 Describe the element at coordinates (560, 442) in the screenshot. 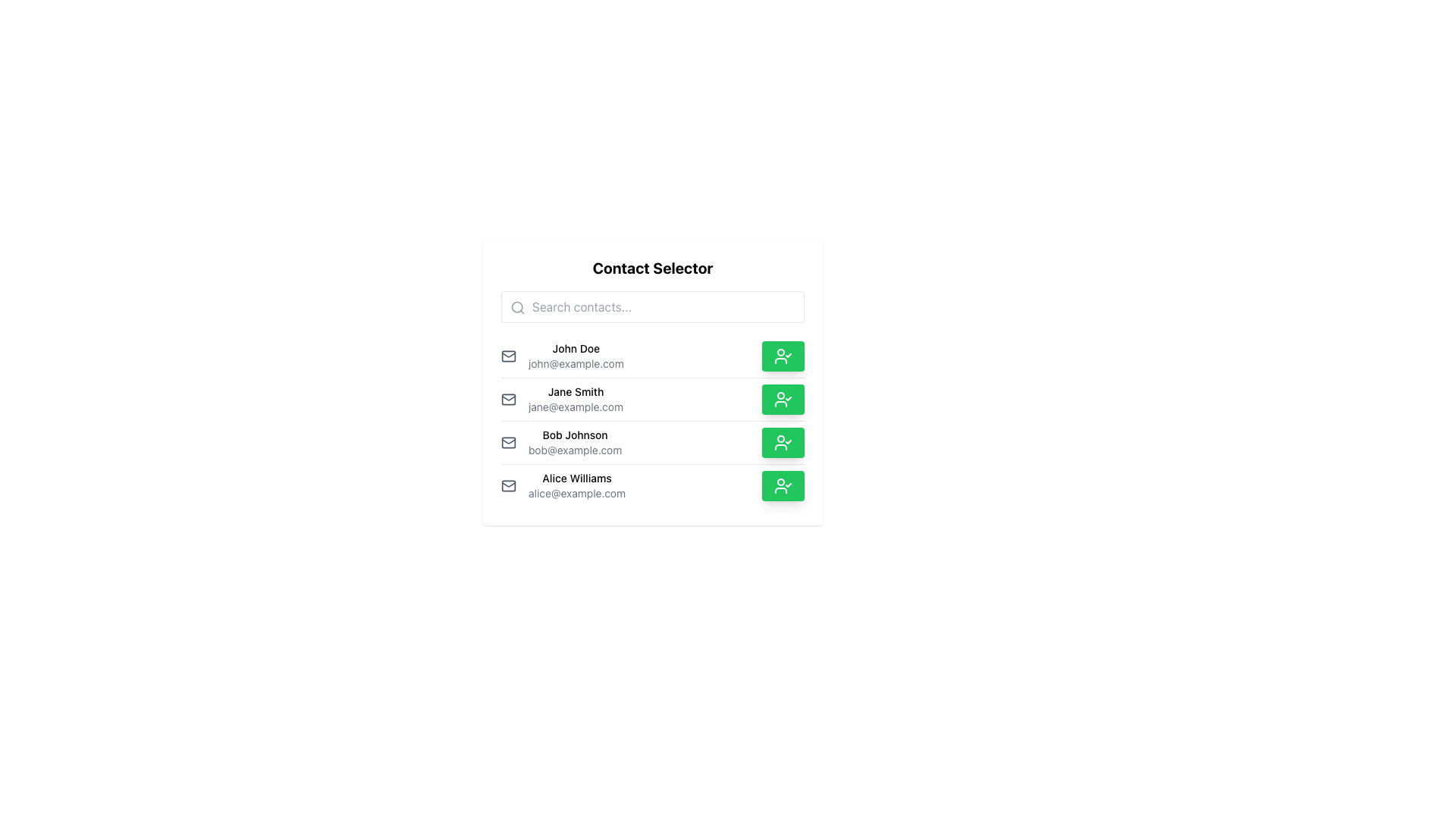

I see `the text element displaying 'Bob Johnson'` at that location.